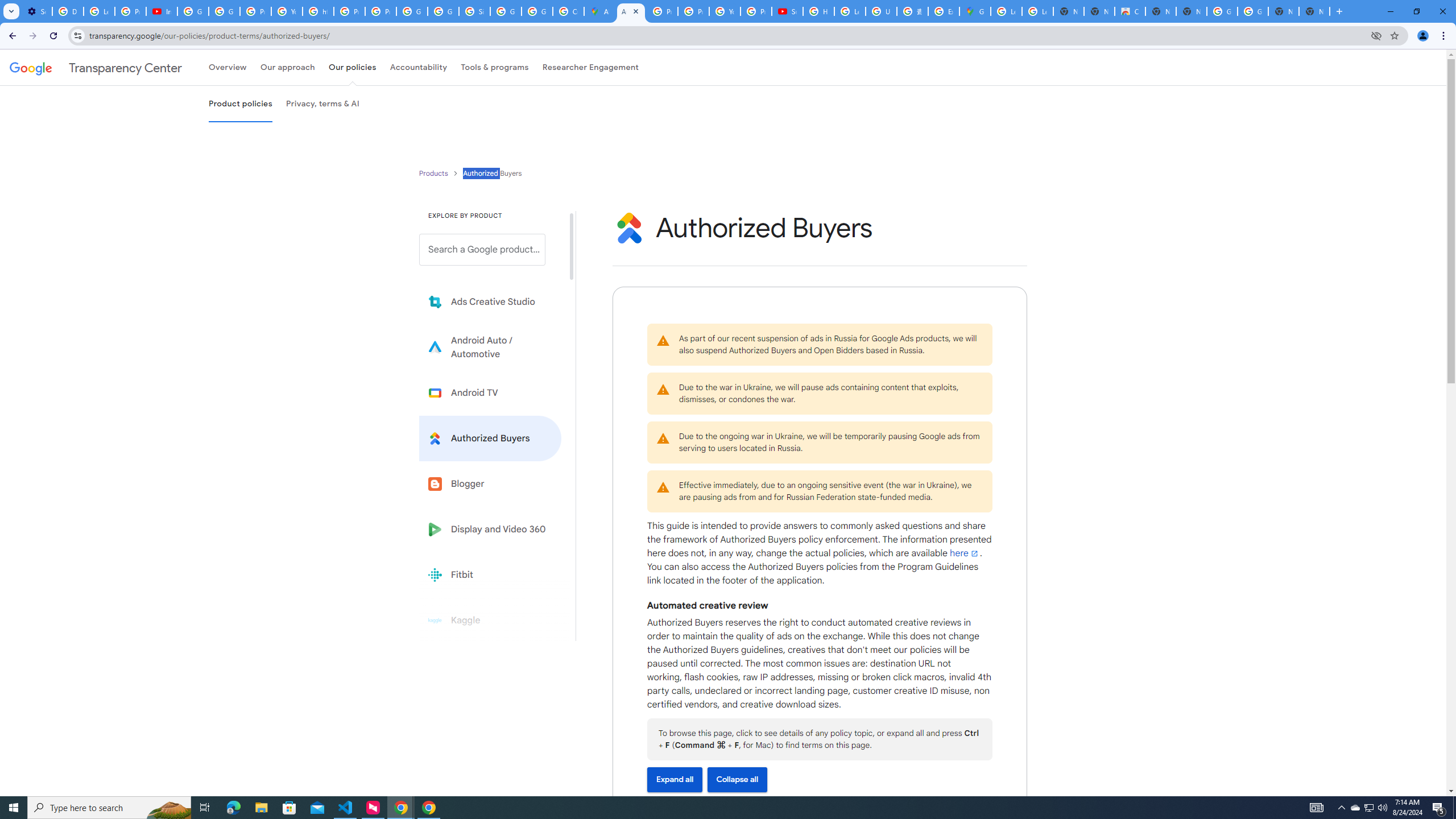 This screenshot has width=1456, height=819. I want to click on 'Blogger', so click(490, 483).